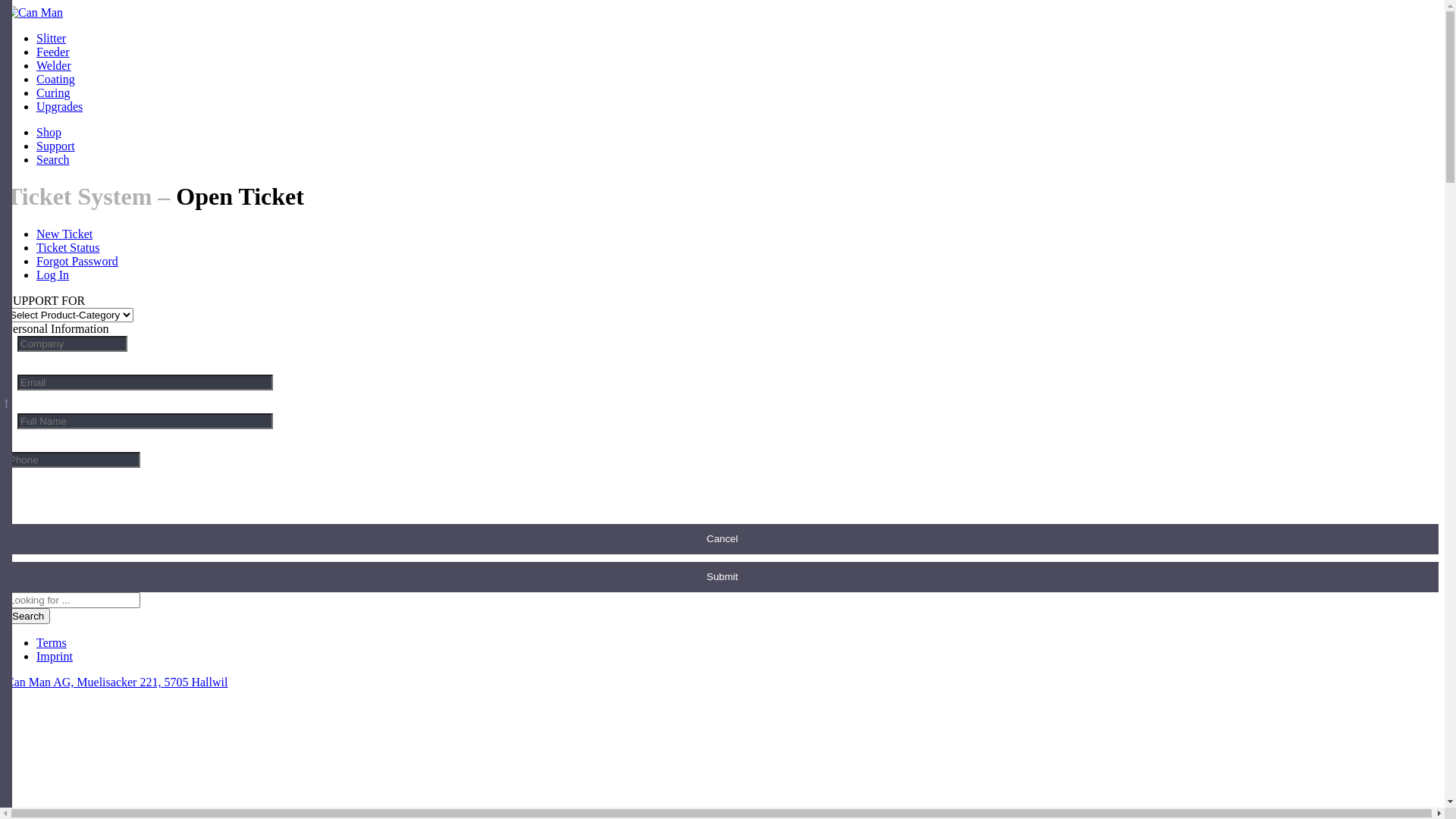 The width and height of the screenshot is (1456, 819). Describe the element at coordinates (67, 246) in the screenshot. I see `'Ticket Status'` at that location.